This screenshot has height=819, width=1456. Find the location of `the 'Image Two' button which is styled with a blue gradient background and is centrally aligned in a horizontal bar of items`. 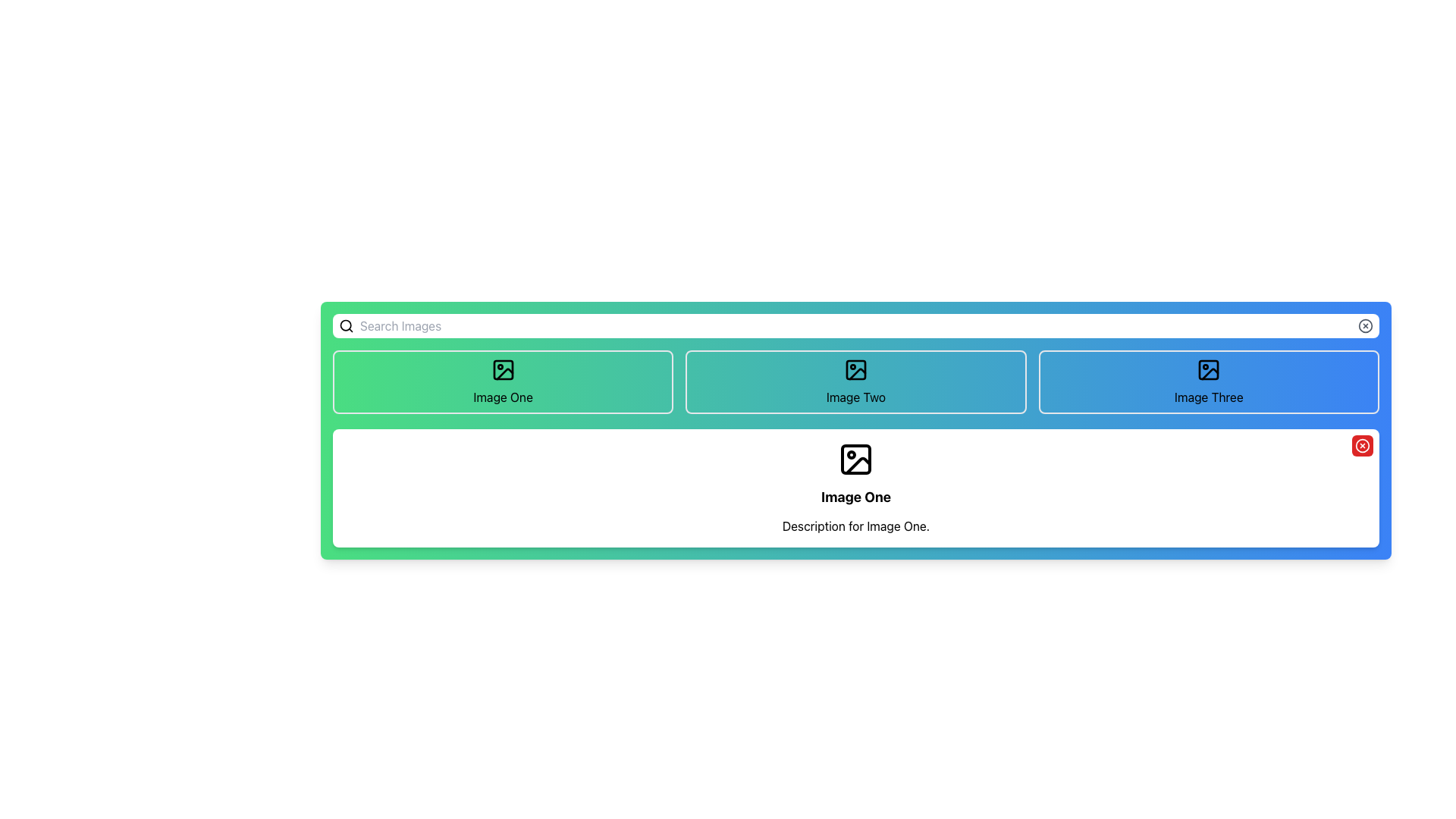

the 'Image Two' button which is styled with a blue gradient background and is centrally aligned in a horizontal bar of items is located at coordinates (855, 397).